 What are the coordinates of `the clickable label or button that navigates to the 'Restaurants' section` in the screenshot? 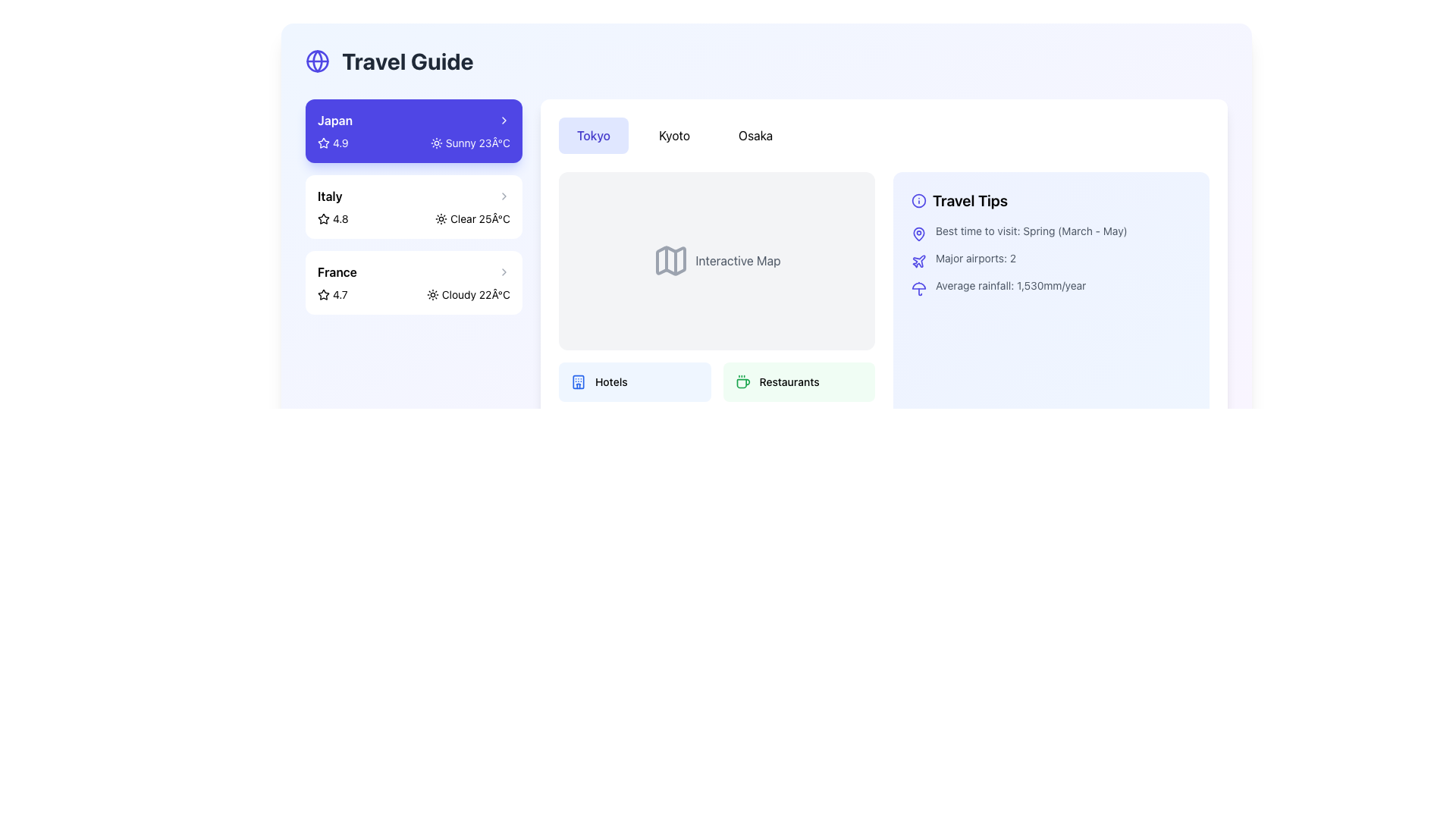 It's located at (789, 381).